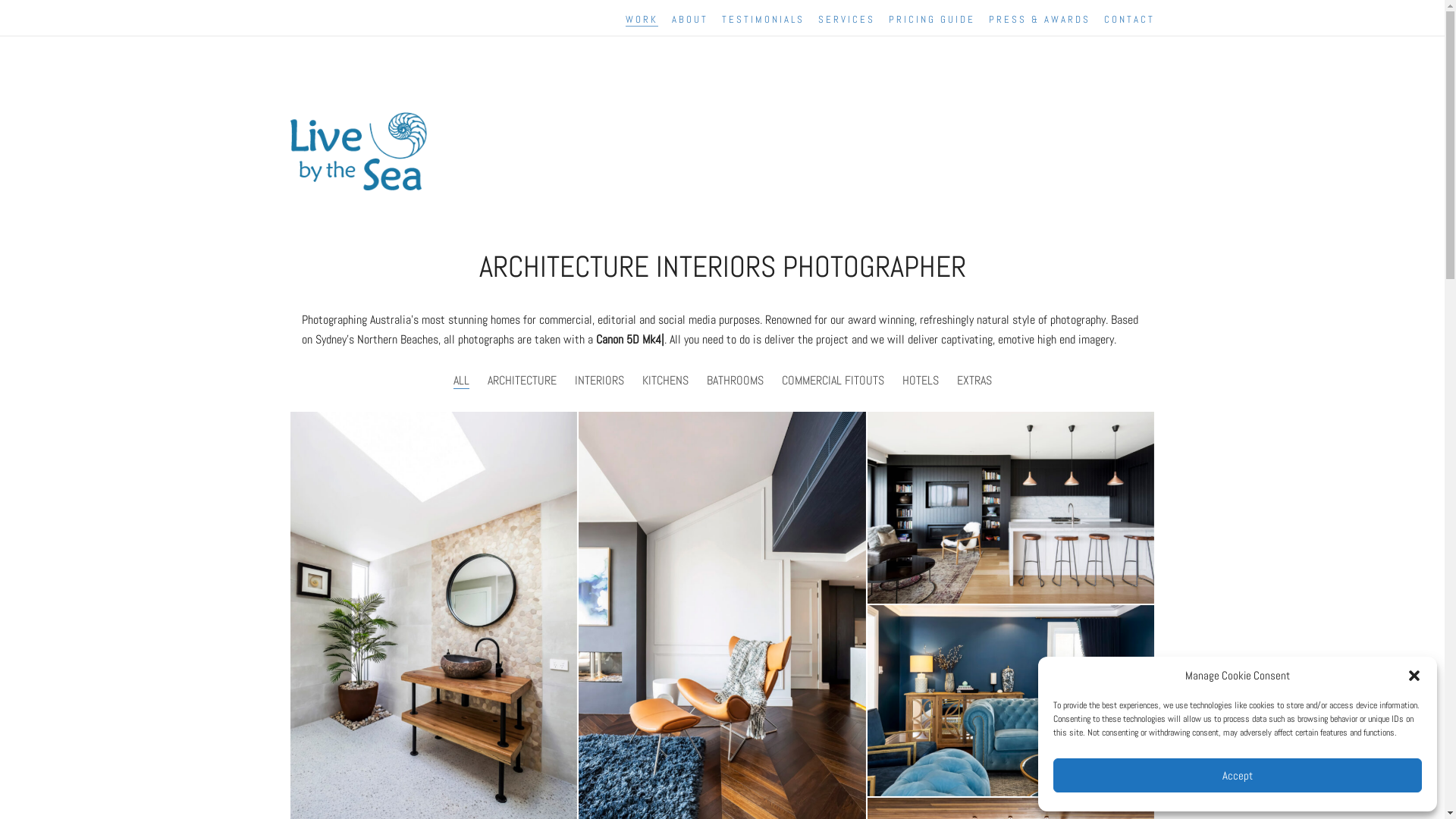  I want to click on 'SERVICES', so click(845, 19).